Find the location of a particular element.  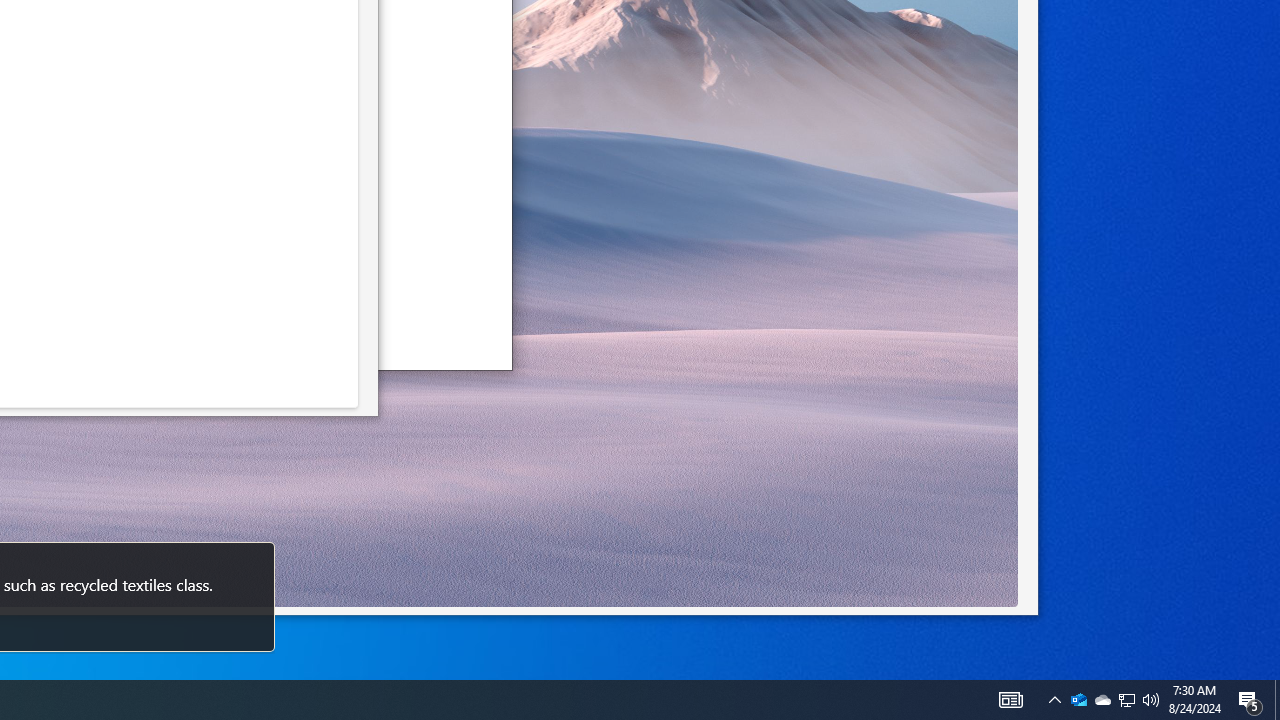

'Microsoft Outlook' is located at coordinates (1078, 698).